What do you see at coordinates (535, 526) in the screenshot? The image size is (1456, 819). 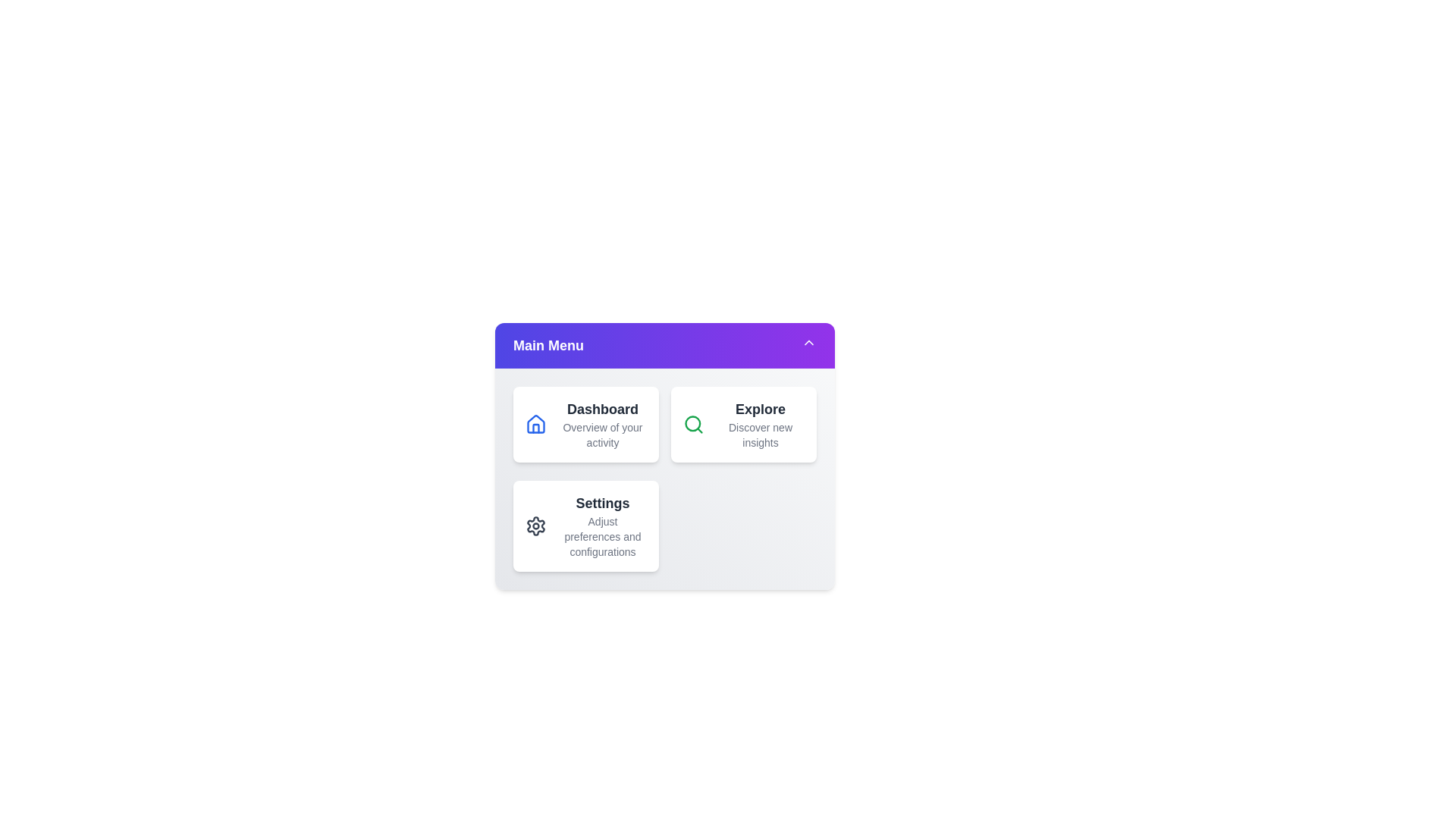 I see `the Settings icon to provide feedback` at bounding box center [535, 526].